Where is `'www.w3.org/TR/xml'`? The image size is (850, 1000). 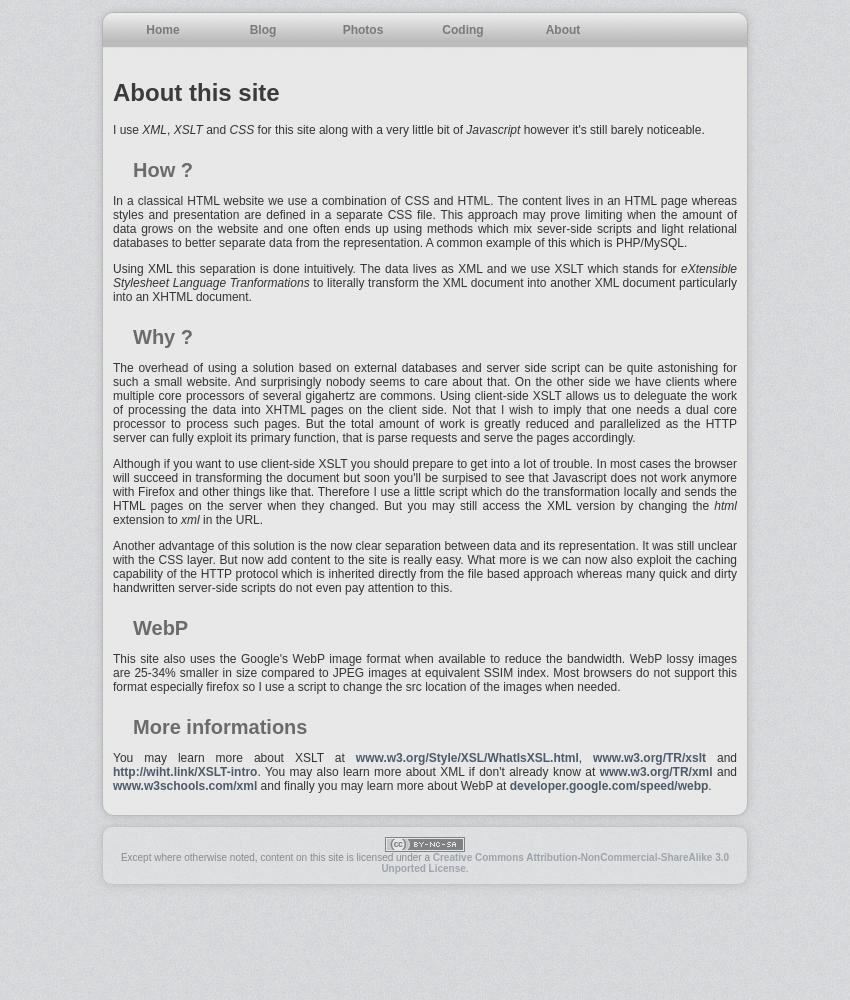 'www.w3.org/TR/xml' is located at coordinates (655, 772).